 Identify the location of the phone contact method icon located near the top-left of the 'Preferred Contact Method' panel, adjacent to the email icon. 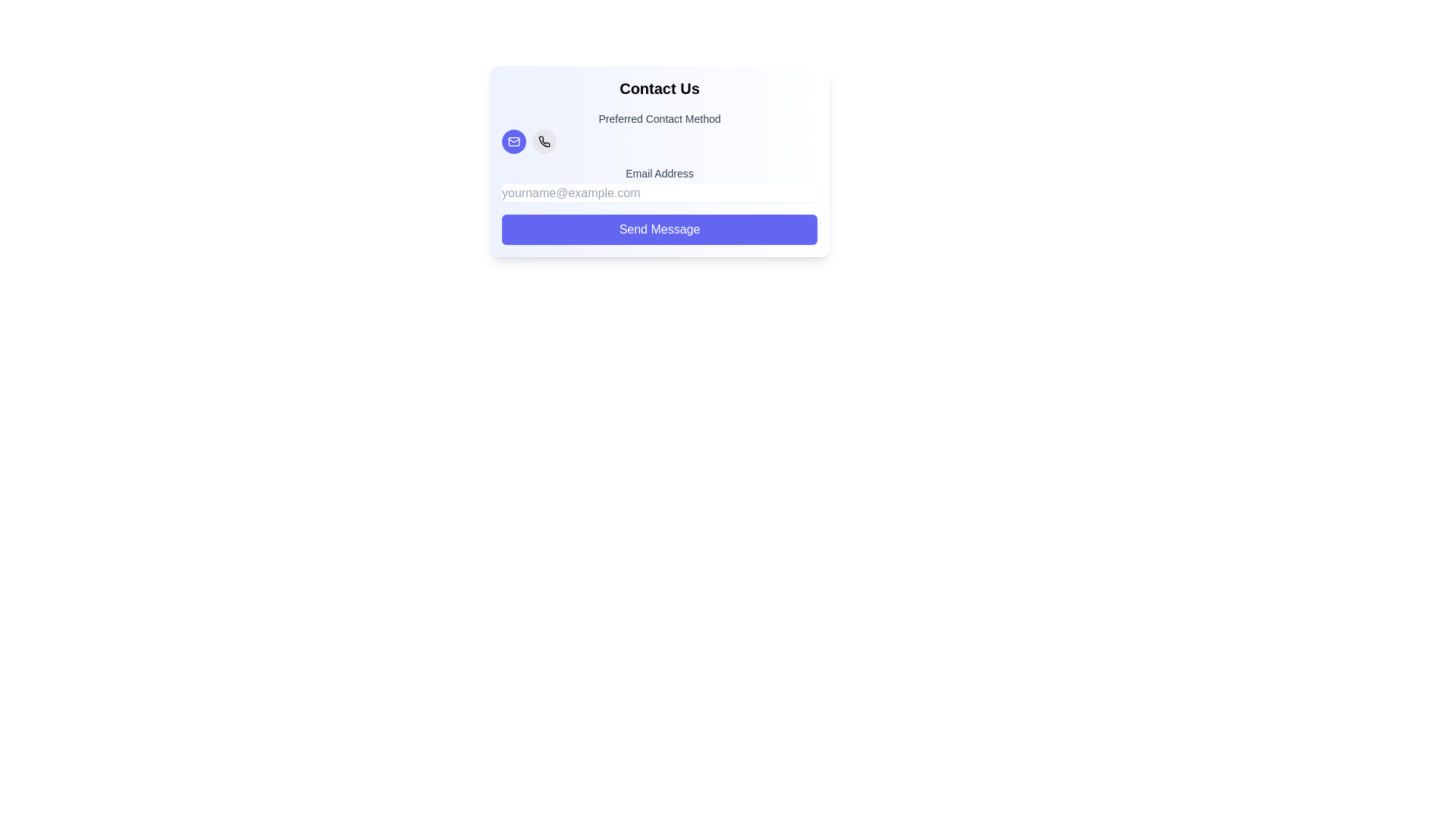
(544, 141).